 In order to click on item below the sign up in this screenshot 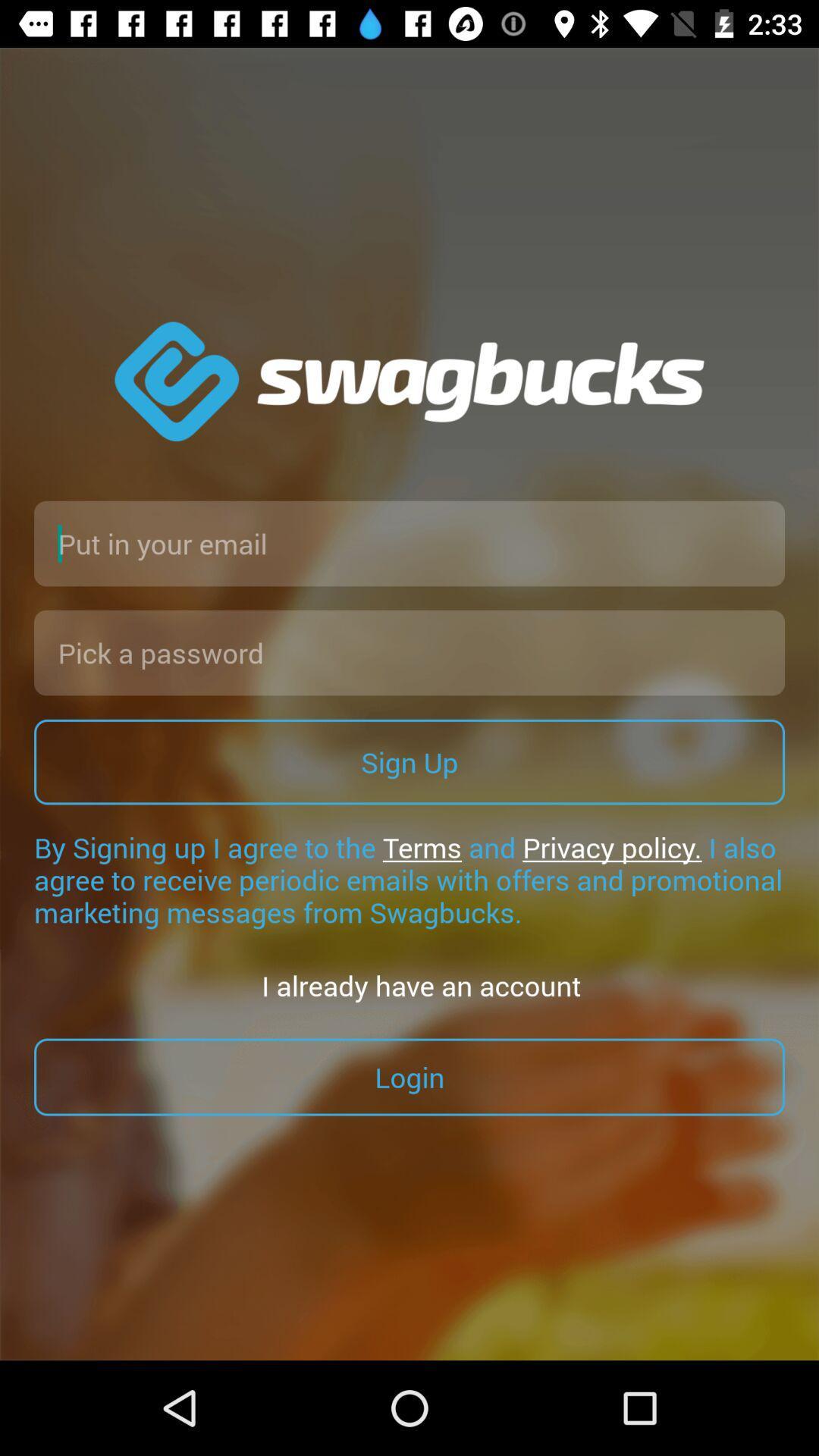, I will do `click(409, 880)`.